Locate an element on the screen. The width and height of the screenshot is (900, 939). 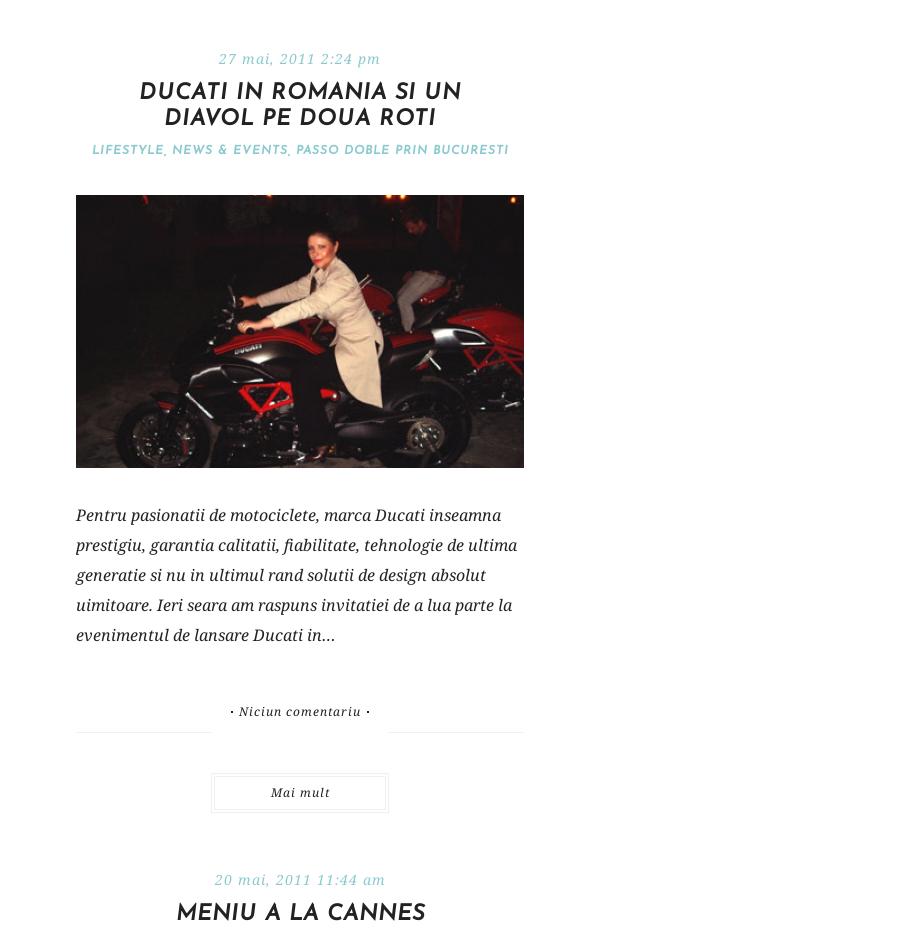
'Lifestyle' is located at coordinates (126, 150).